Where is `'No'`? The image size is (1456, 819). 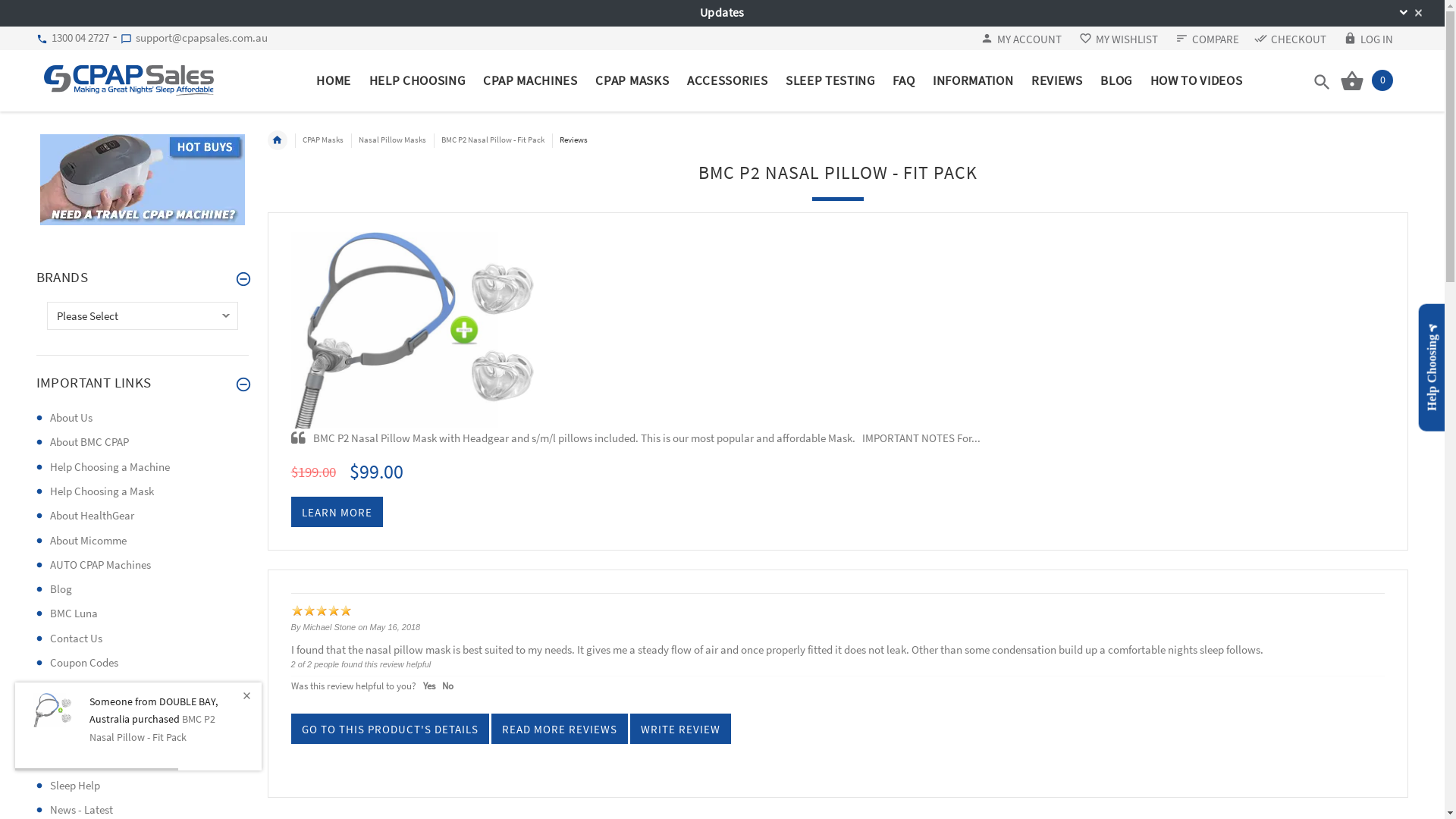
'No' is located at coordinates (447, 686).